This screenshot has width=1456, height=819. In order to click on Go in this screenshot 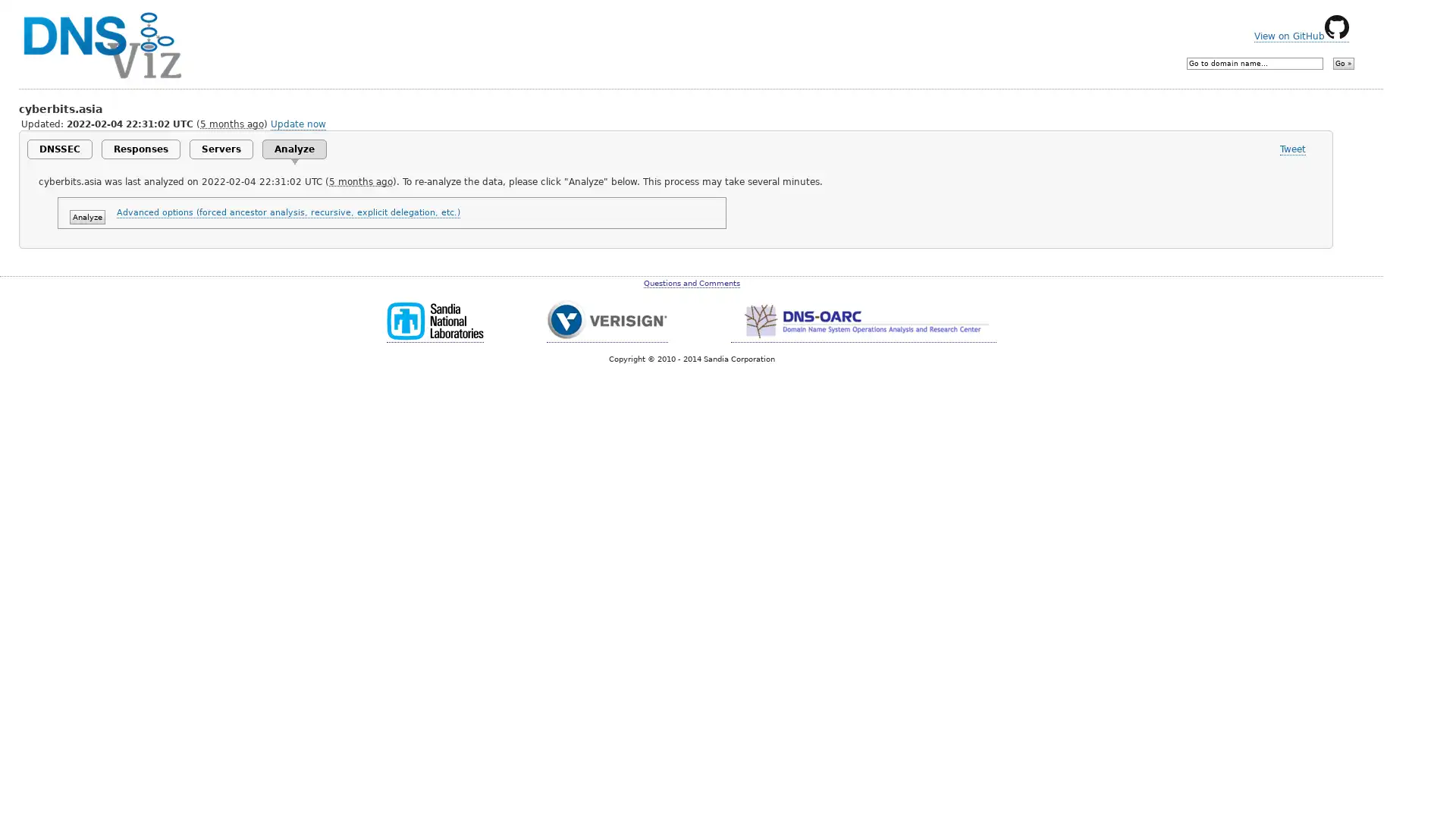, I will do `click(1343, 63)`.